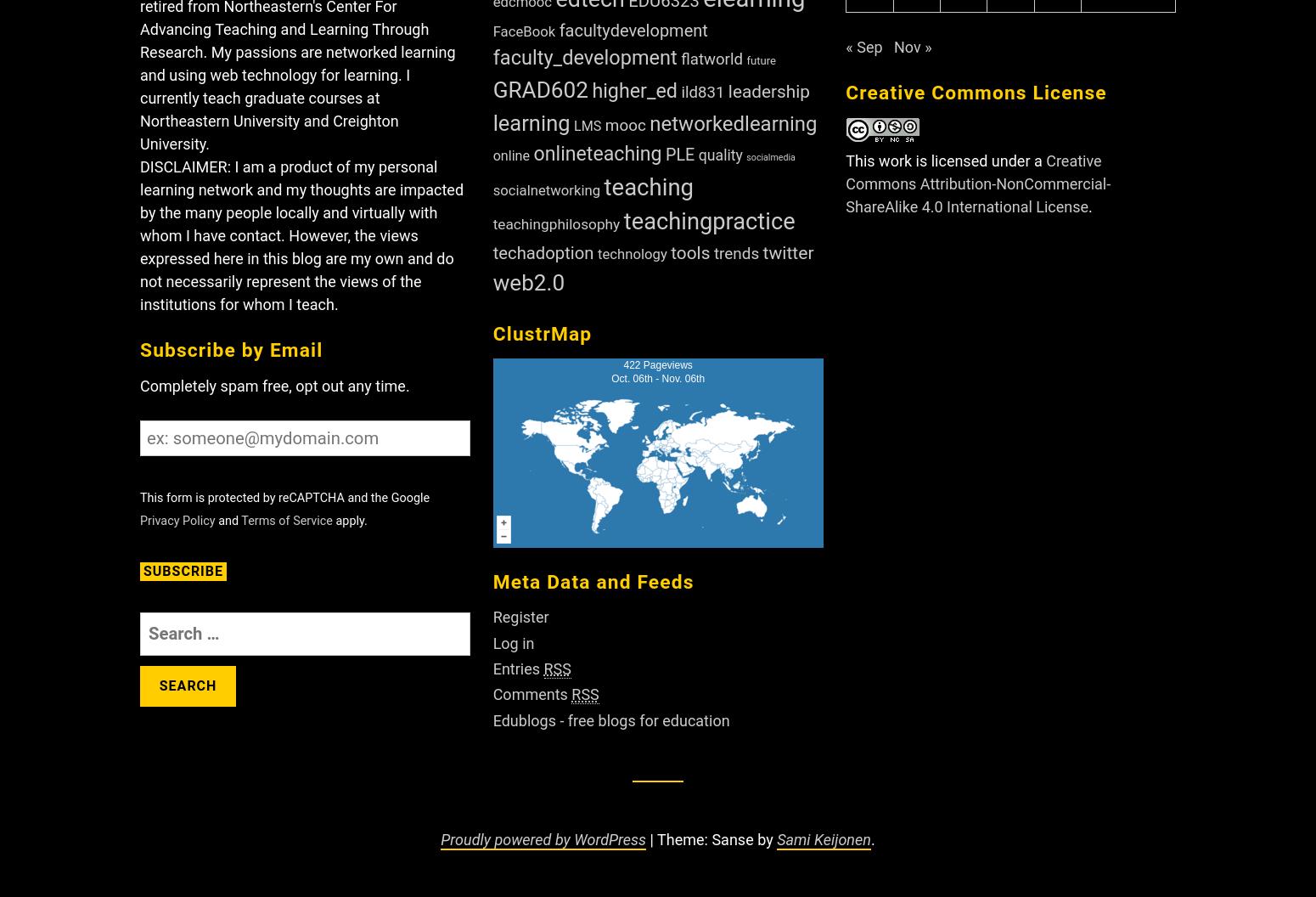 The height and width of the screenshot is (897, 1316). What do you see at coordinates (649, 122) in the screenshot?
I see `'networkedlearning'` at bounding box center [649, 122].